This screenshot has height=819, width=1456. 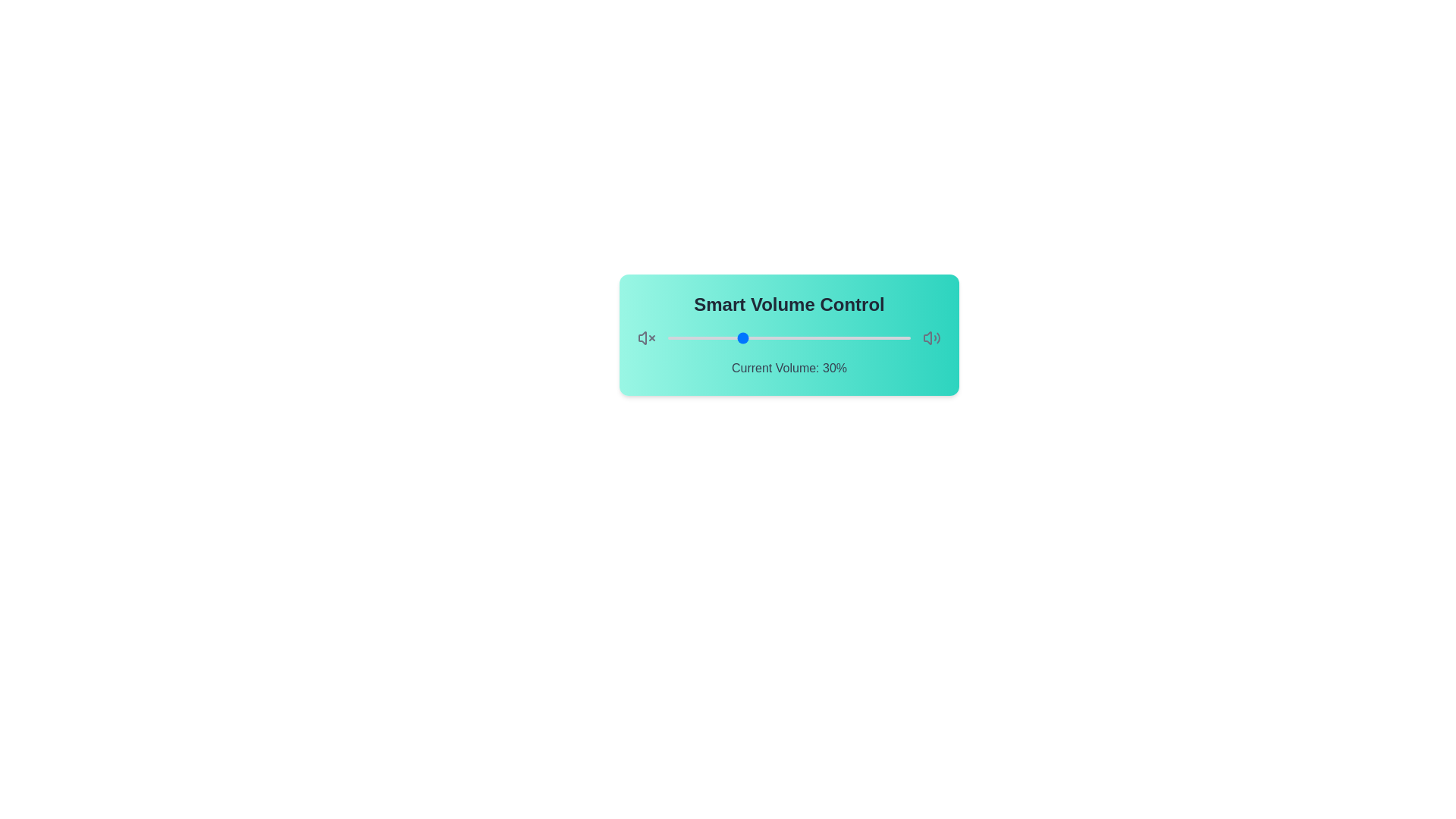 I want to click on the speaker icon to indicate volume interaction, so click(x=647, y=337).